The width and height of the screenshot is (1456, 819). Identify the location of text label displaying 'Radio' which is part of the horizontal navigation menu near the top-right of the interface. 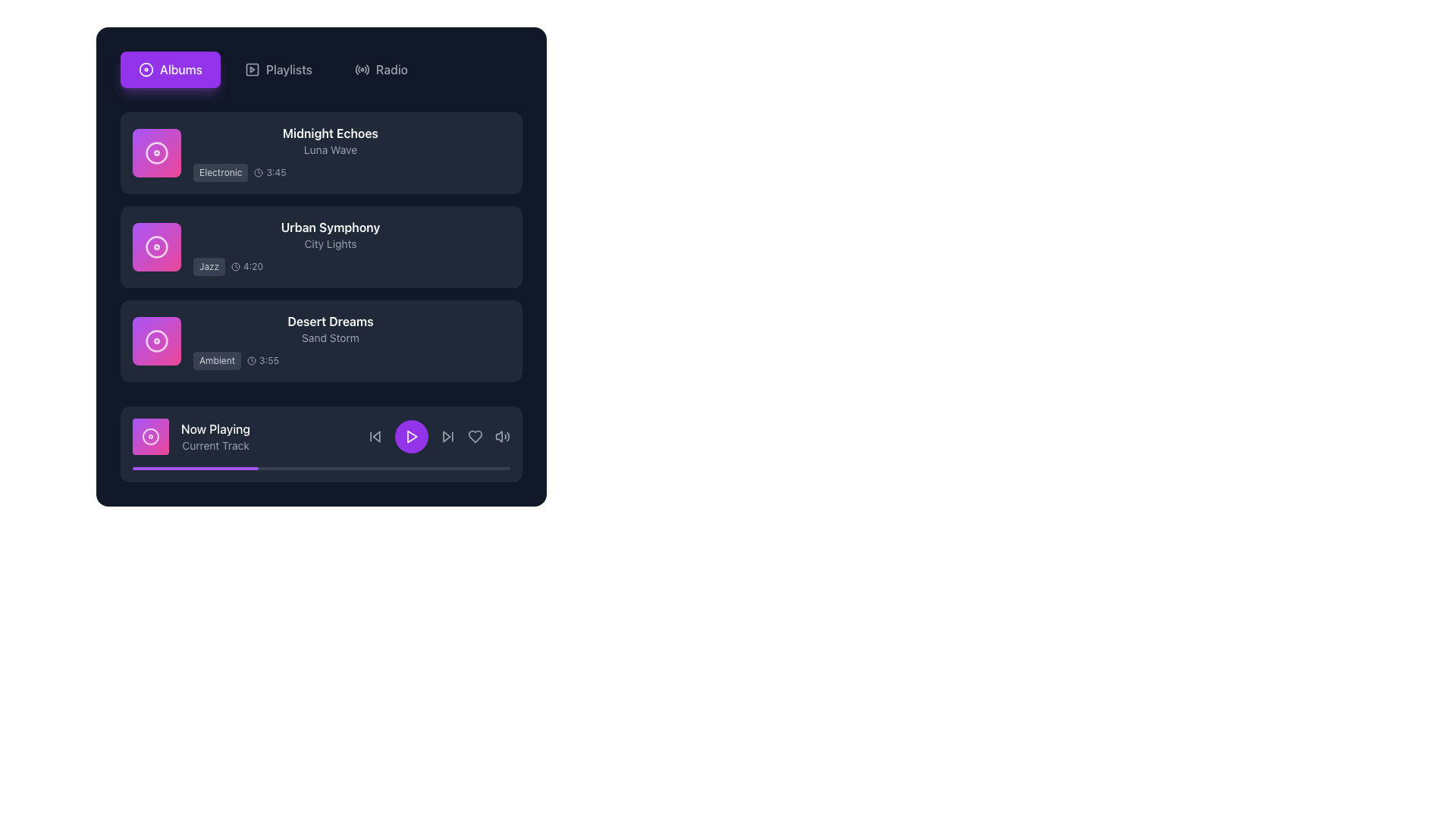
(392, 70).